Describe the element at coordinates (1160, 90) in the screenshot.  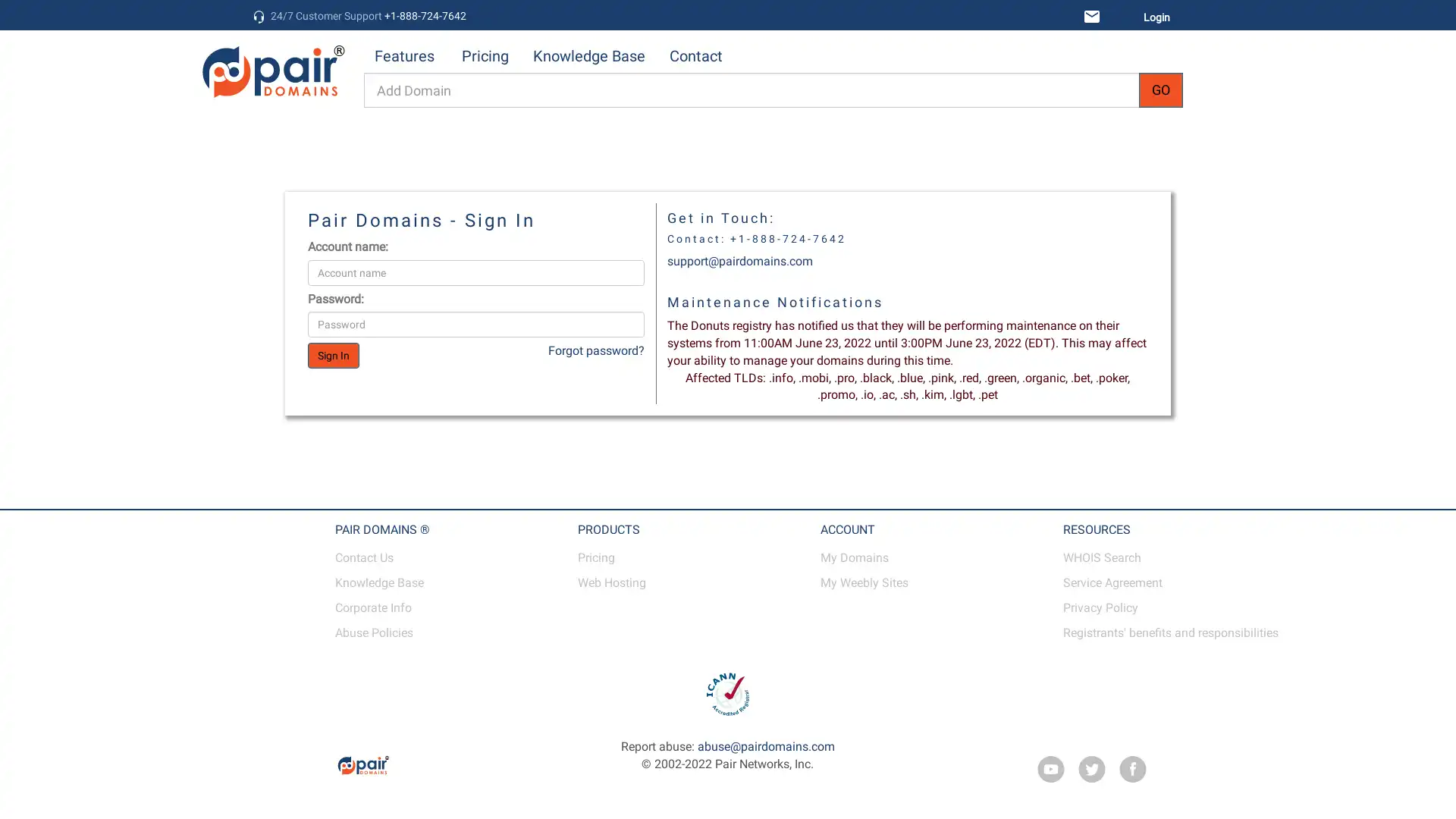
I see `GO` at that location.